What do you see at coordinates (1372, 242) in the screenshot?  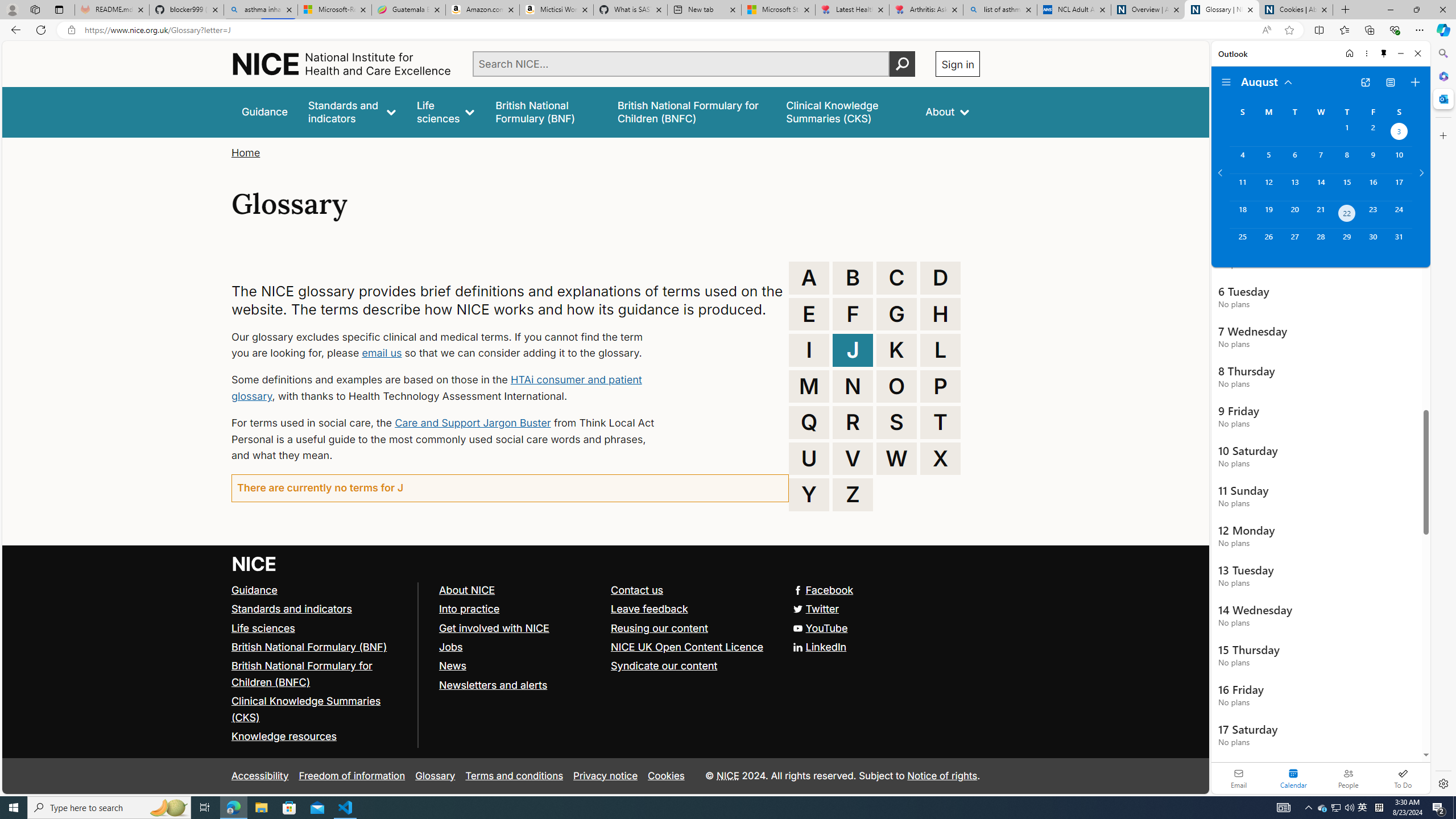 I see `'Friday, August 30, 2024. '` at bounding box center [1372, 242].